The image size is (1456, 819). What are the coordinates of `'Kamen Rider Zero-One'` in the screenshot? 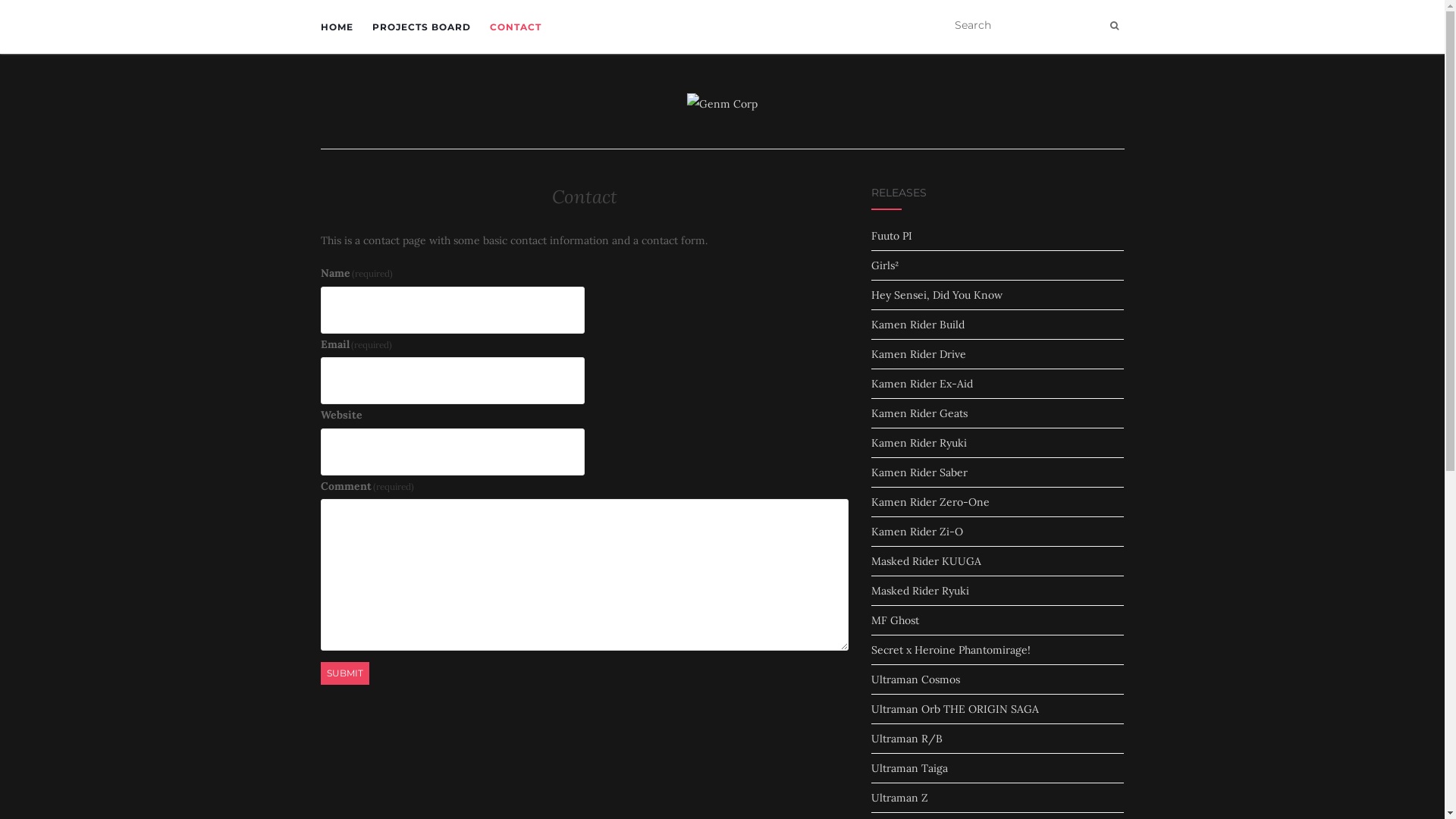 It's located at (930, 502).